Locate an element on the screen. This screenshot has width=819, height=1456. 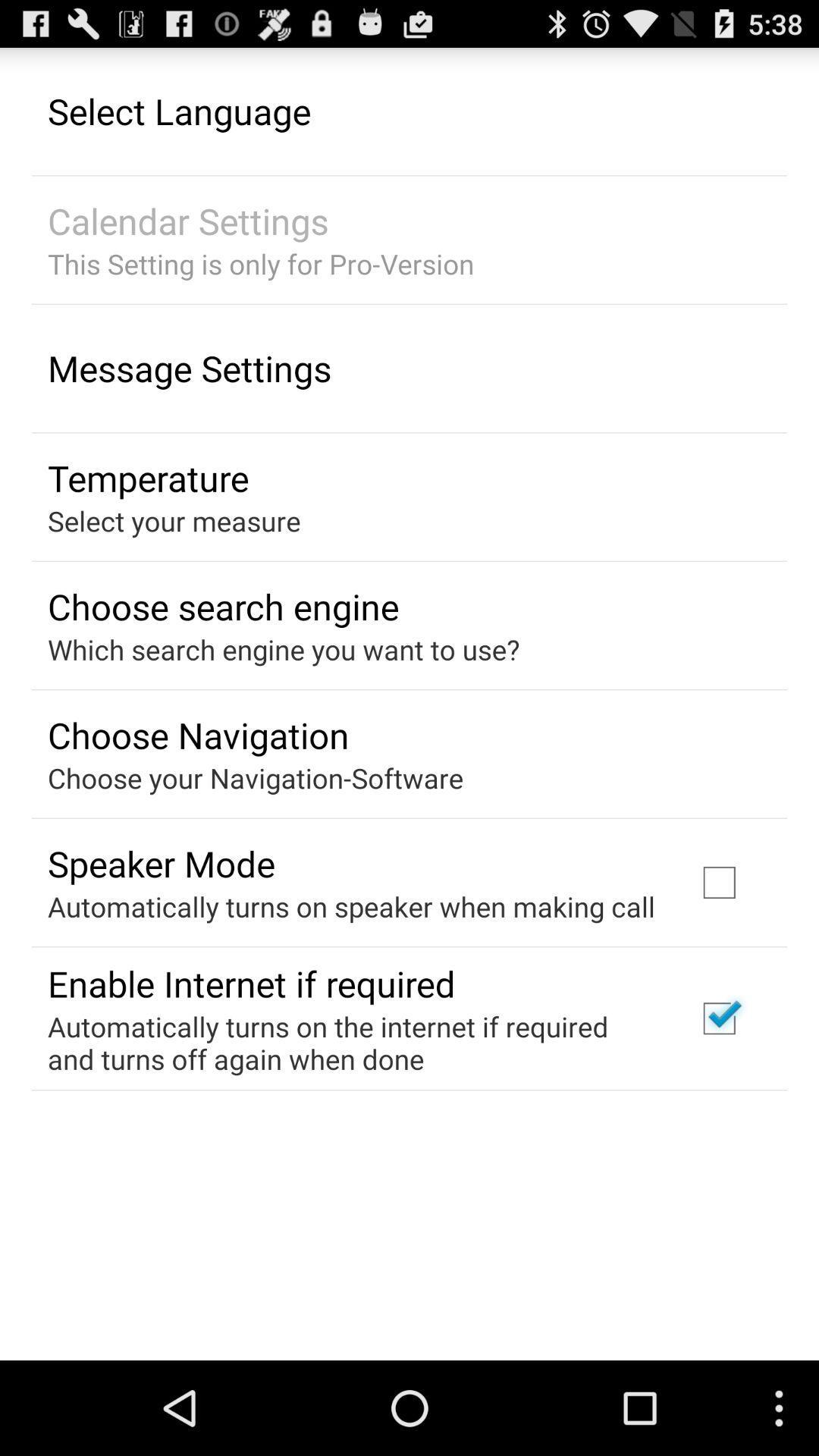
the item above the this setting is icon is located at coordinates (187, 220).